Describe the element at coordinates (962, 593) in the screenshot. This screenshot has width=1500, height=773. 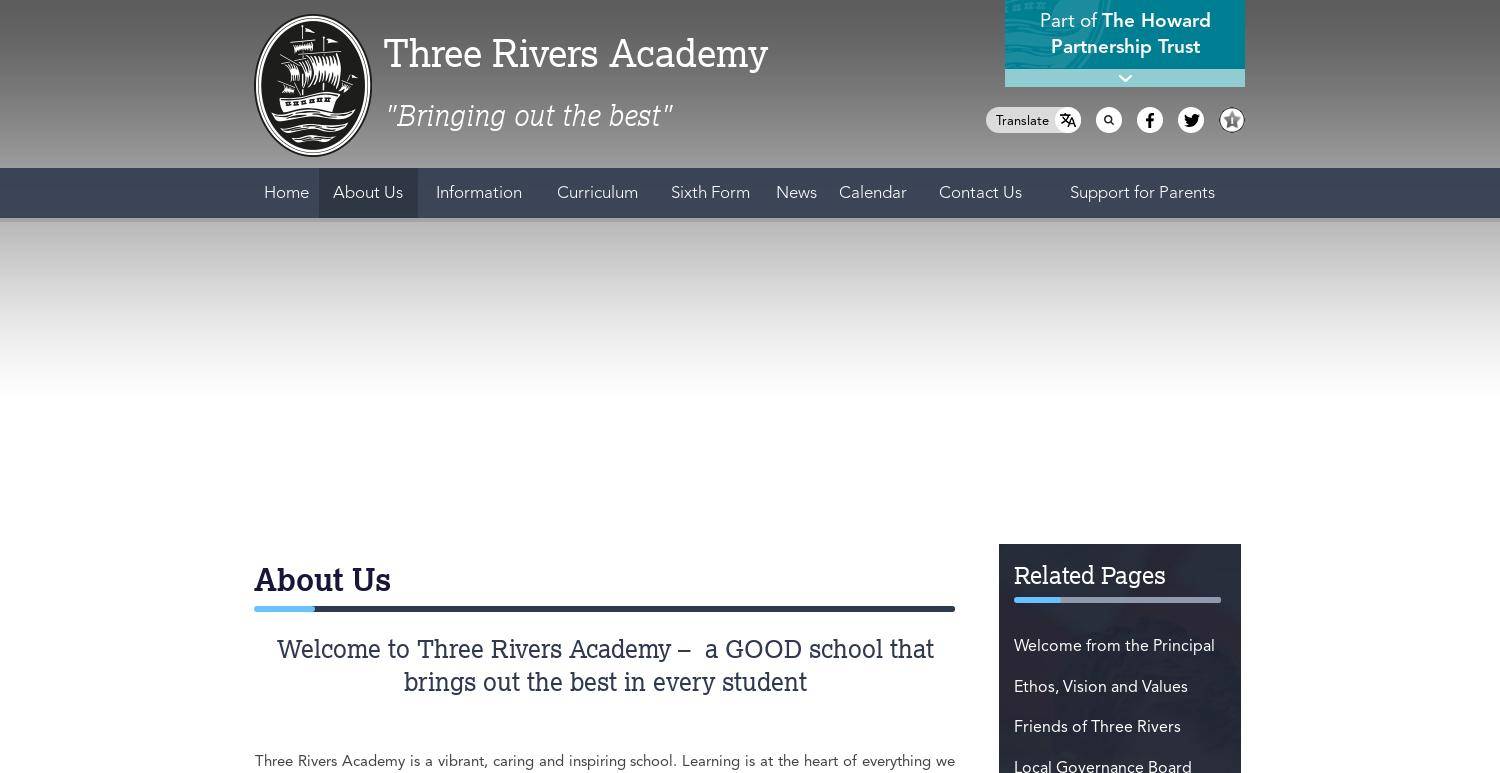
I see `'PGCE could be for you.'` at that location.